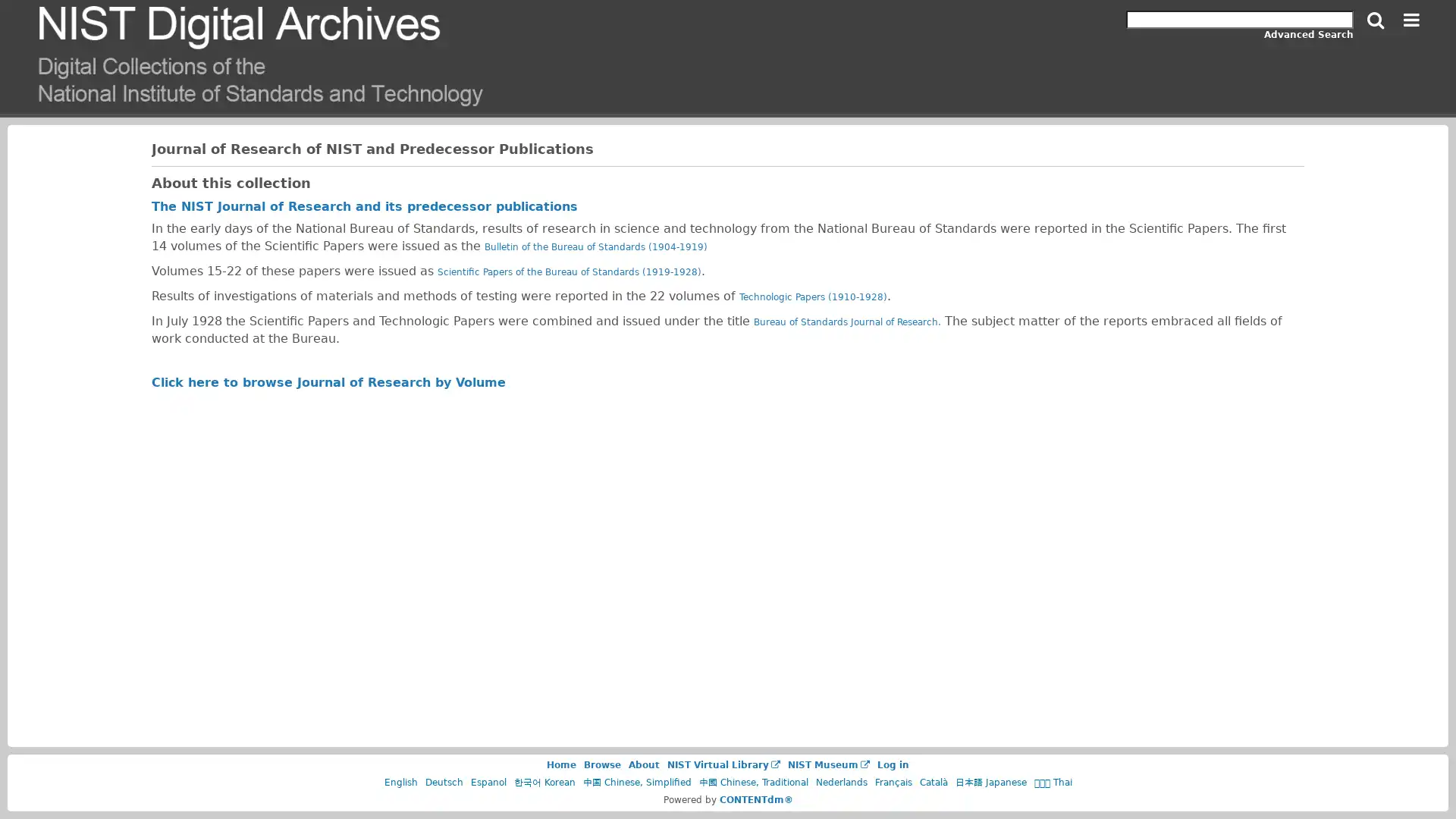  What do you see at coordinates (839, 783) in the screenshot?
I see `Nederlands` at bounding box center [839, 783].